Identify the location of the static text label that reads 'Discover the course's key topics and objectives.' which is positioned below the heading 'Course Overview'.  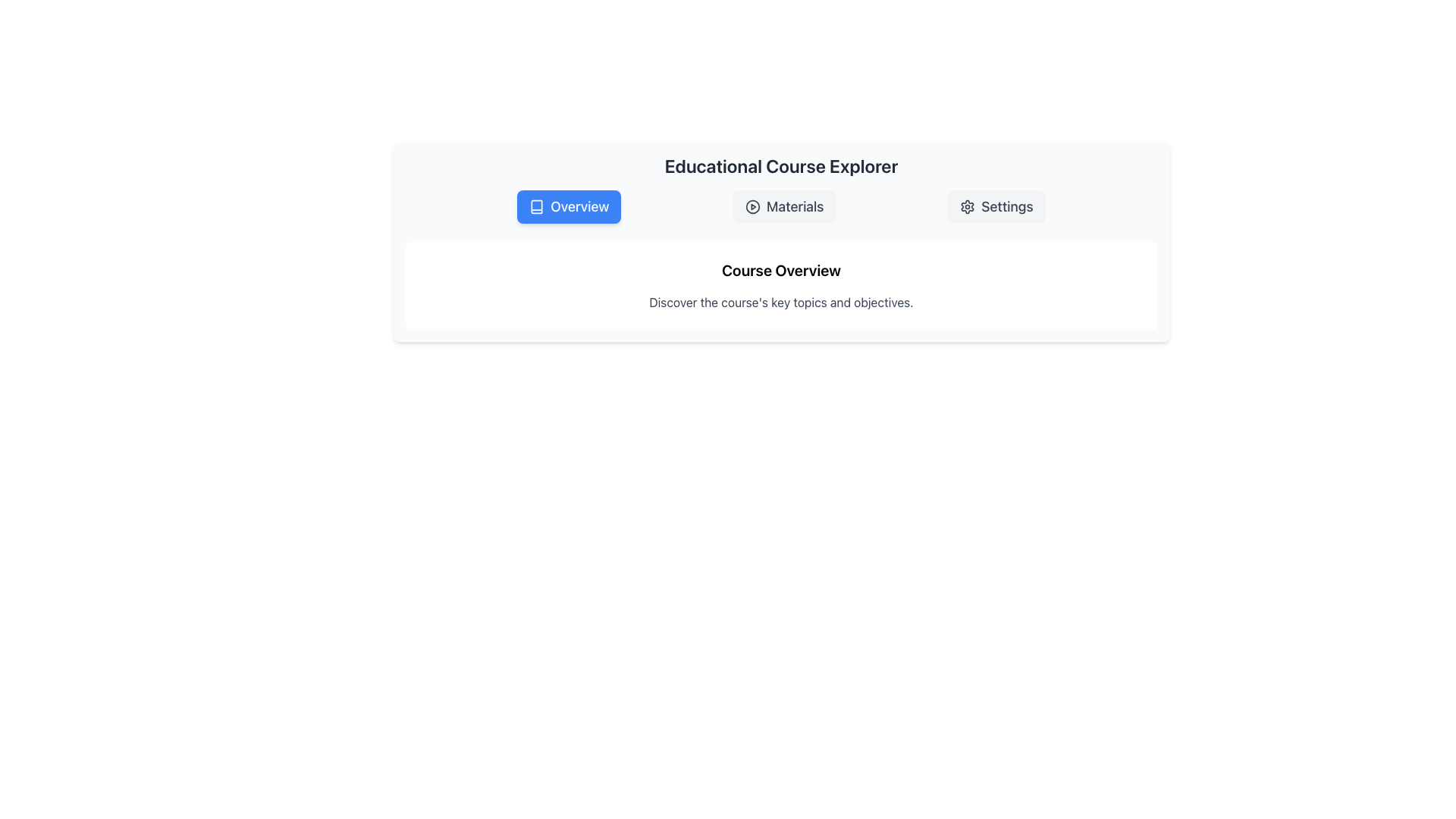
(781, 302).